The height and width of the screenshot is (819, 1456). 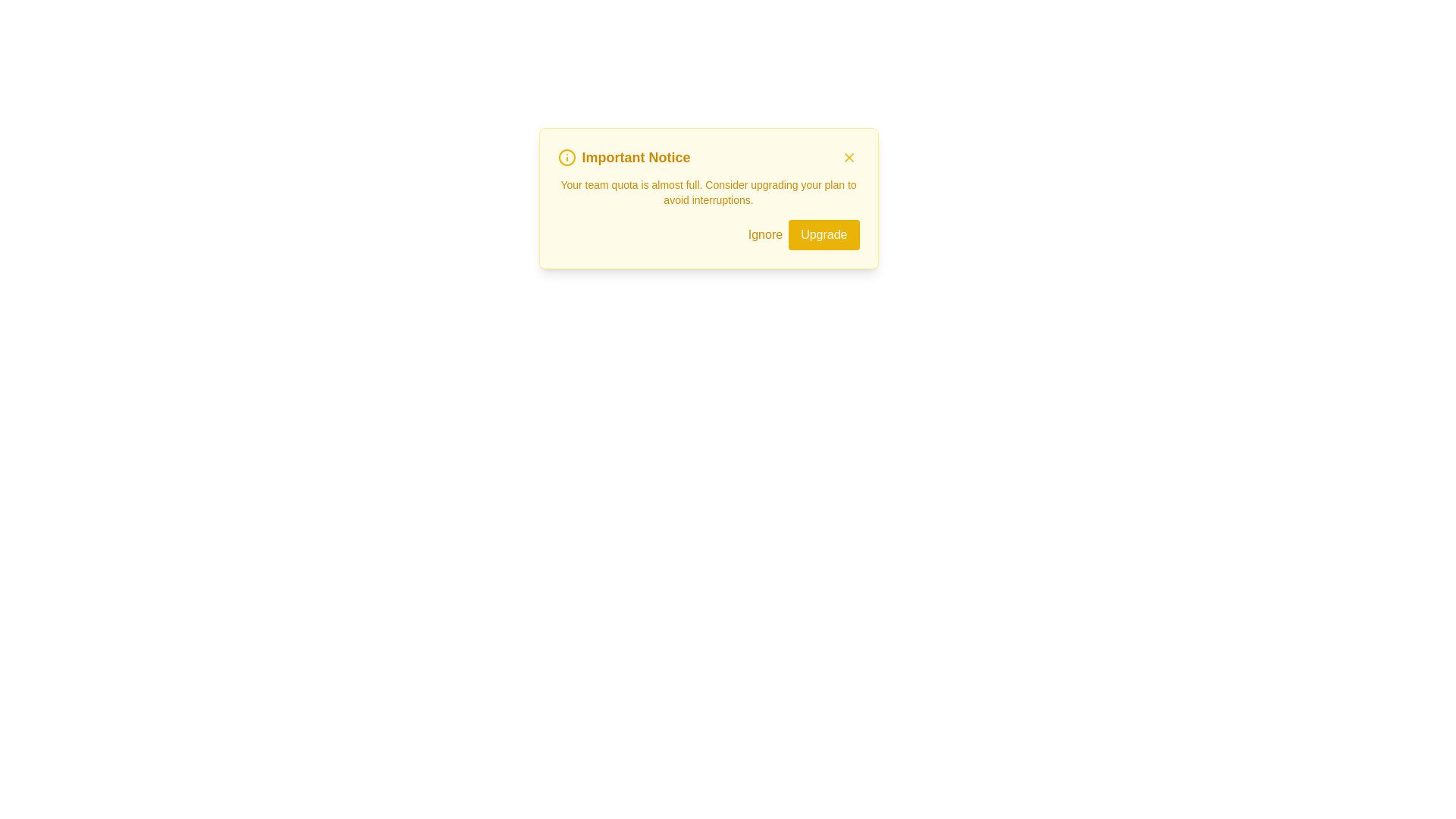 I want to click on the text header located in the upper-left section of the dialog box, next to the circular 'i' icon, so click(x=624, y=158).